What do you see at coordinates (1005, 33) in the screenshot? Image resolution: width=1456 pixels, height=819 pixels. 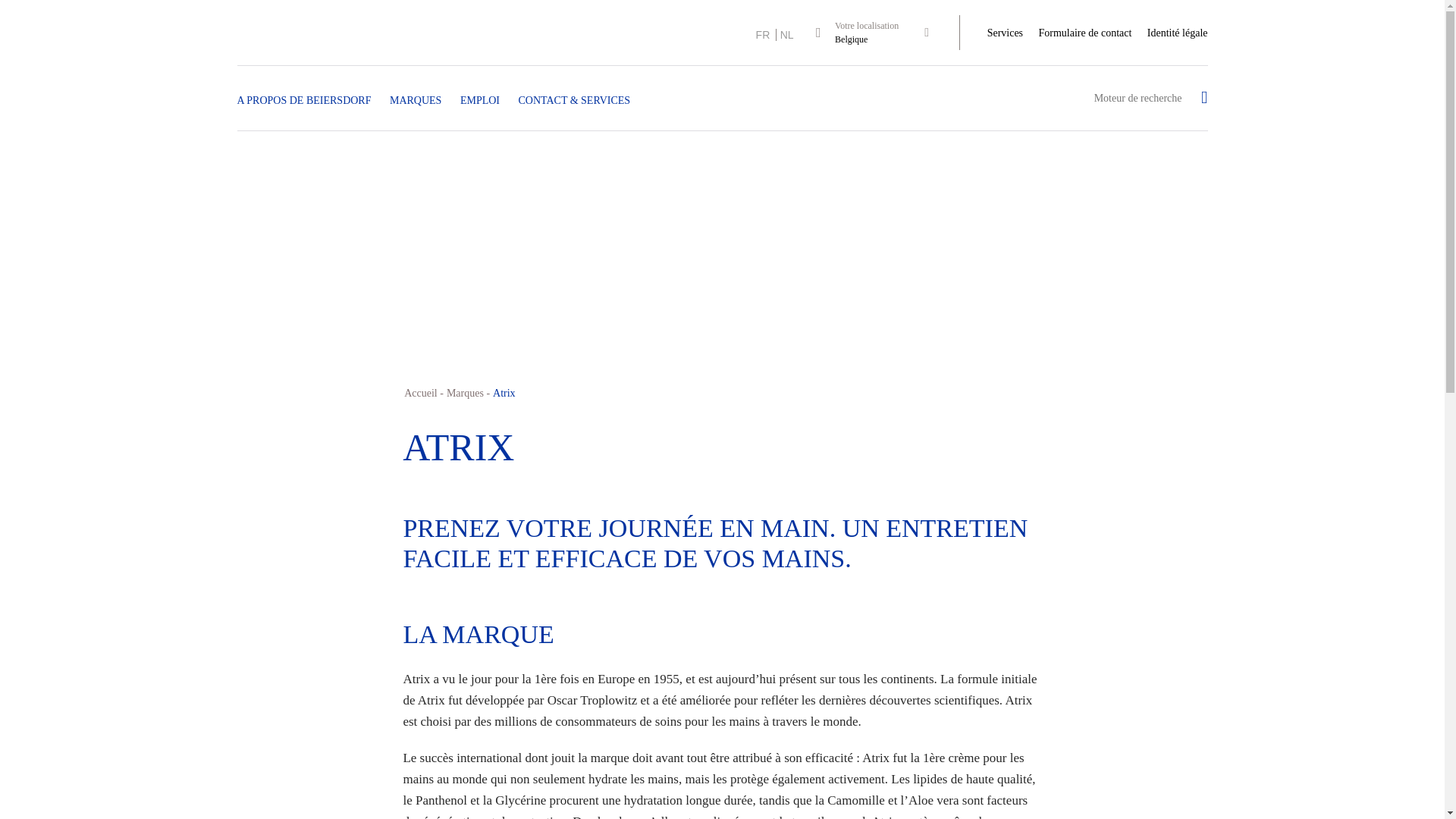 I see `'Services'` at bounding box center [1005, 33].